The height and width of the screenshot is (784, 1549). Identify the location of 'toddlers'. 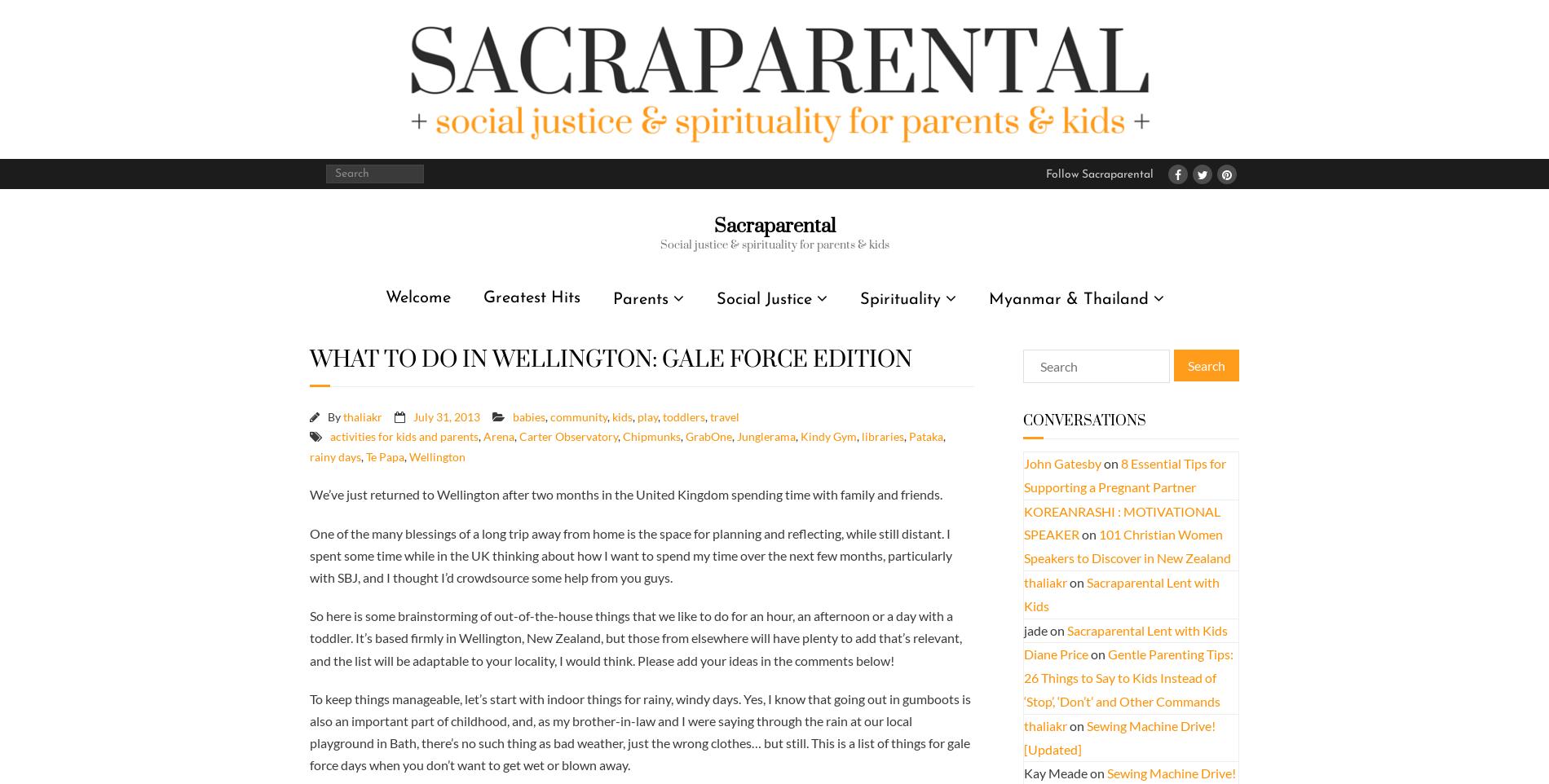
(662, 416).